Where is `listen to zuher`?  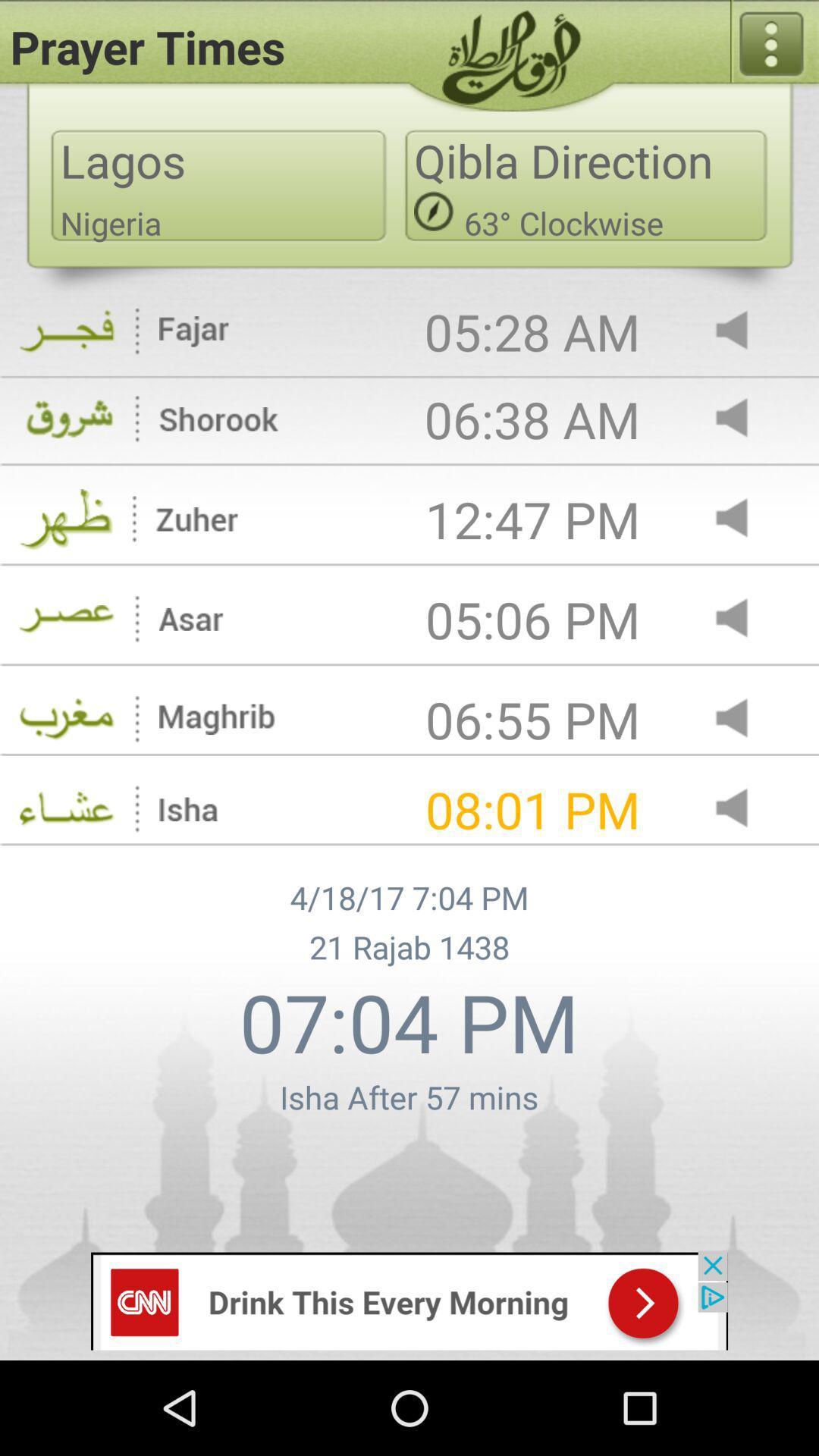
listen to zuher is located at coordinates (744, 519).